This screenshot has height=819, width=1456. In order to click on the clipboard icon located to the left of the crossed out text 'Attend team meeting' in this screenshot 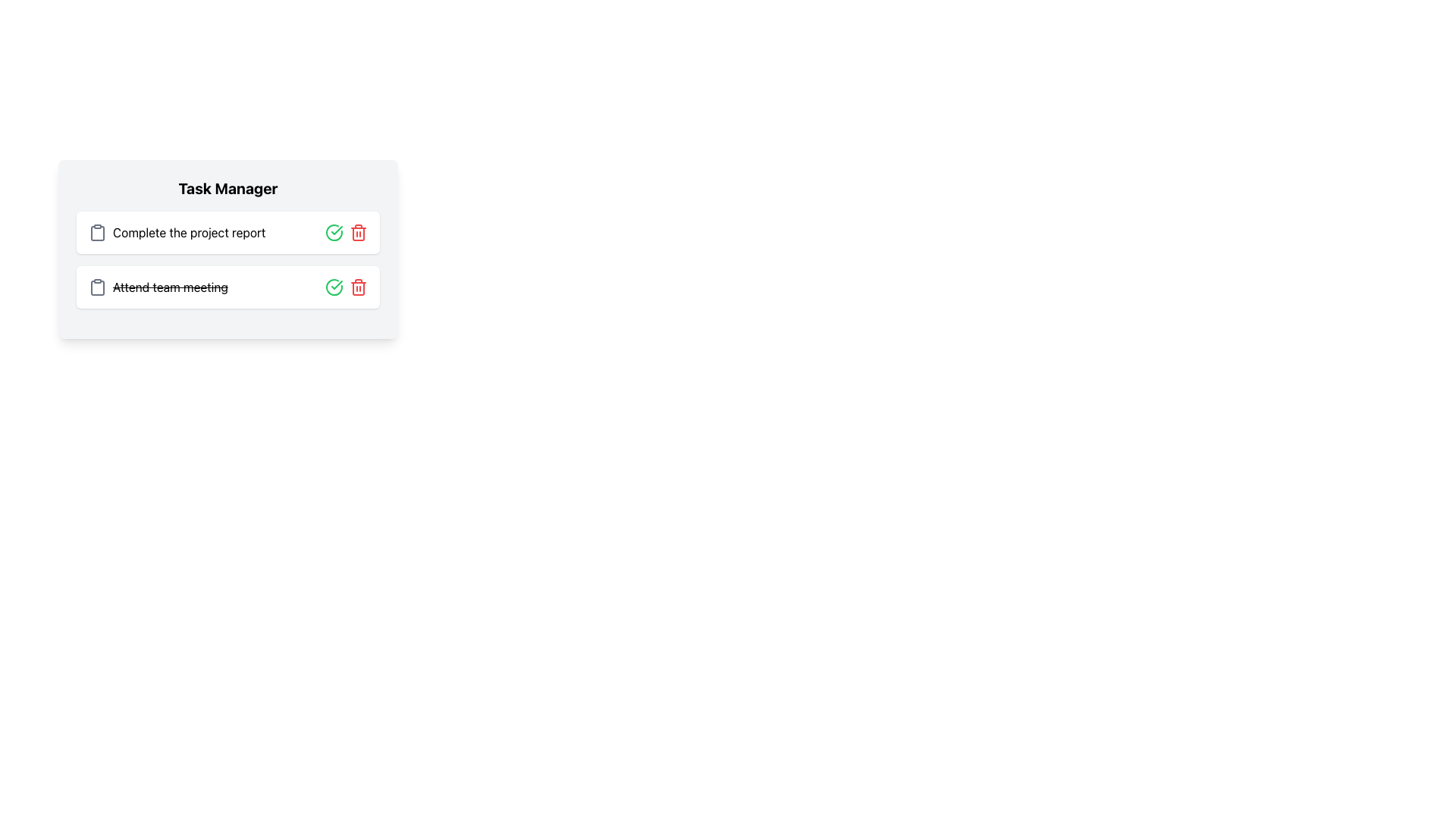, I will do `click(97, 287)`.